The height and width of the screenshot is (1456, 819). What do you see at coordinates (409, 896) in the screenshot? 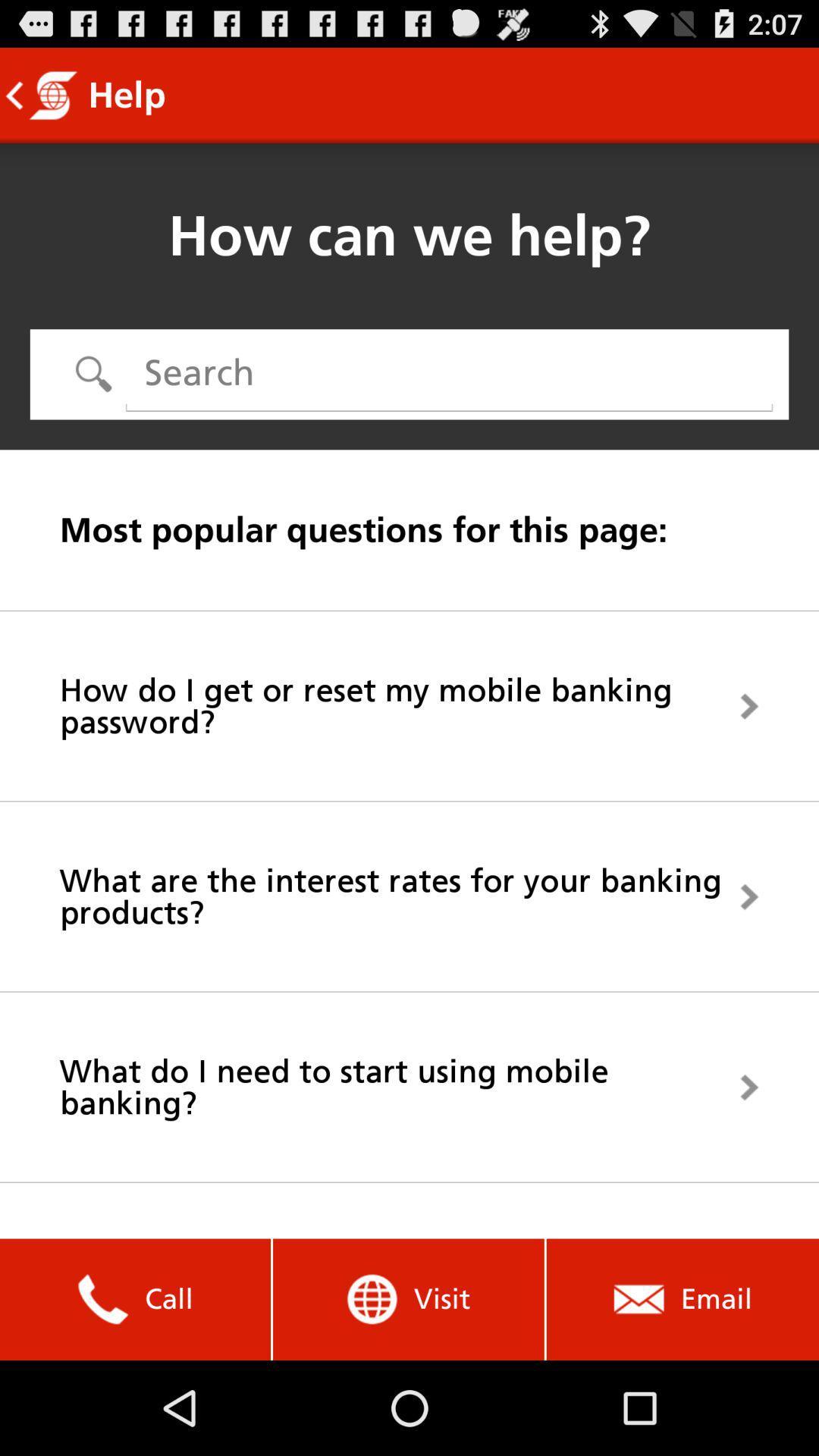
I see `the app below how do i item` at bounding box center [409, 896].